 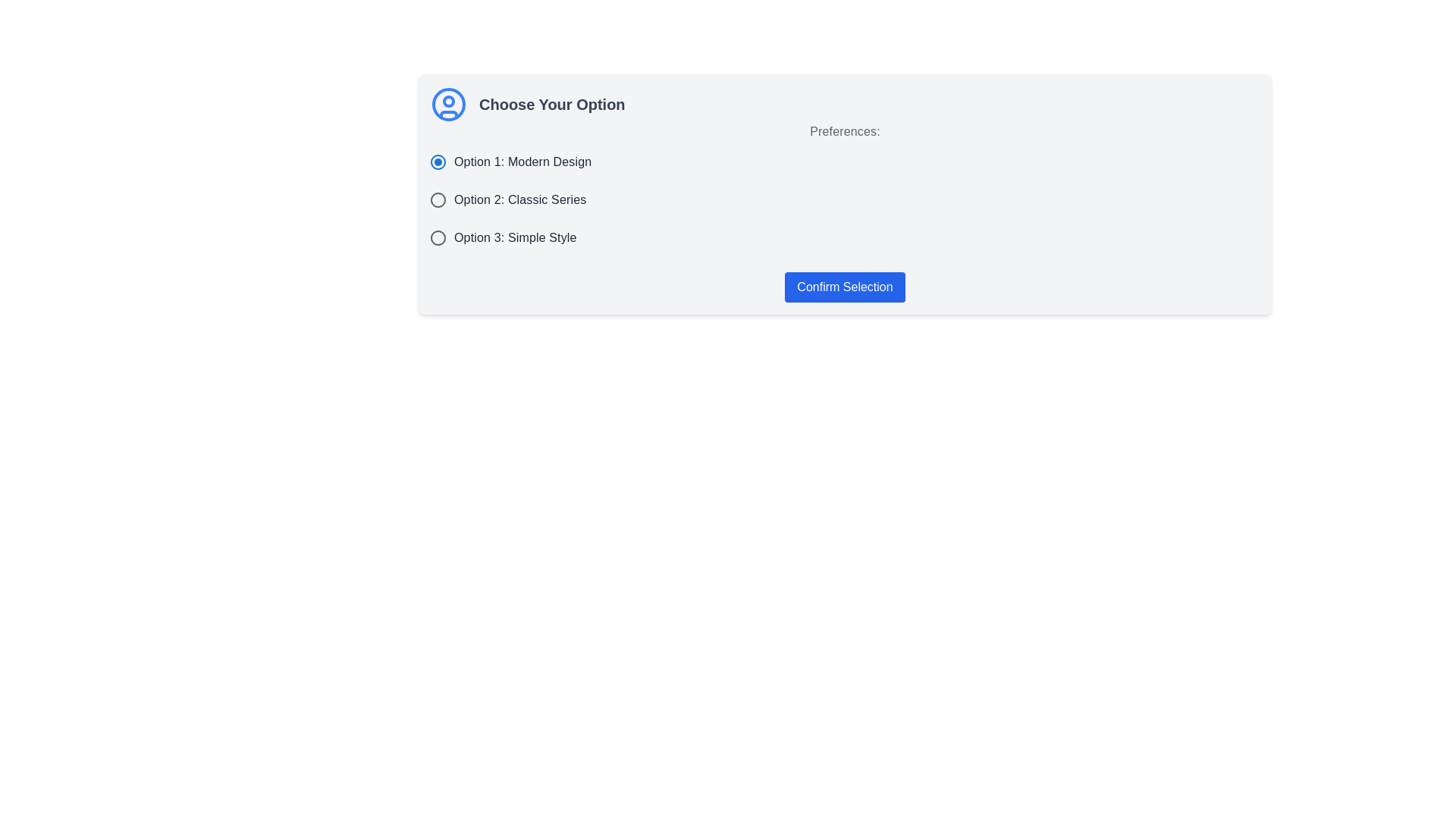 I want to click on the radio button indicator for 'Option 2: Classic Series', so click(x=437, y=199).